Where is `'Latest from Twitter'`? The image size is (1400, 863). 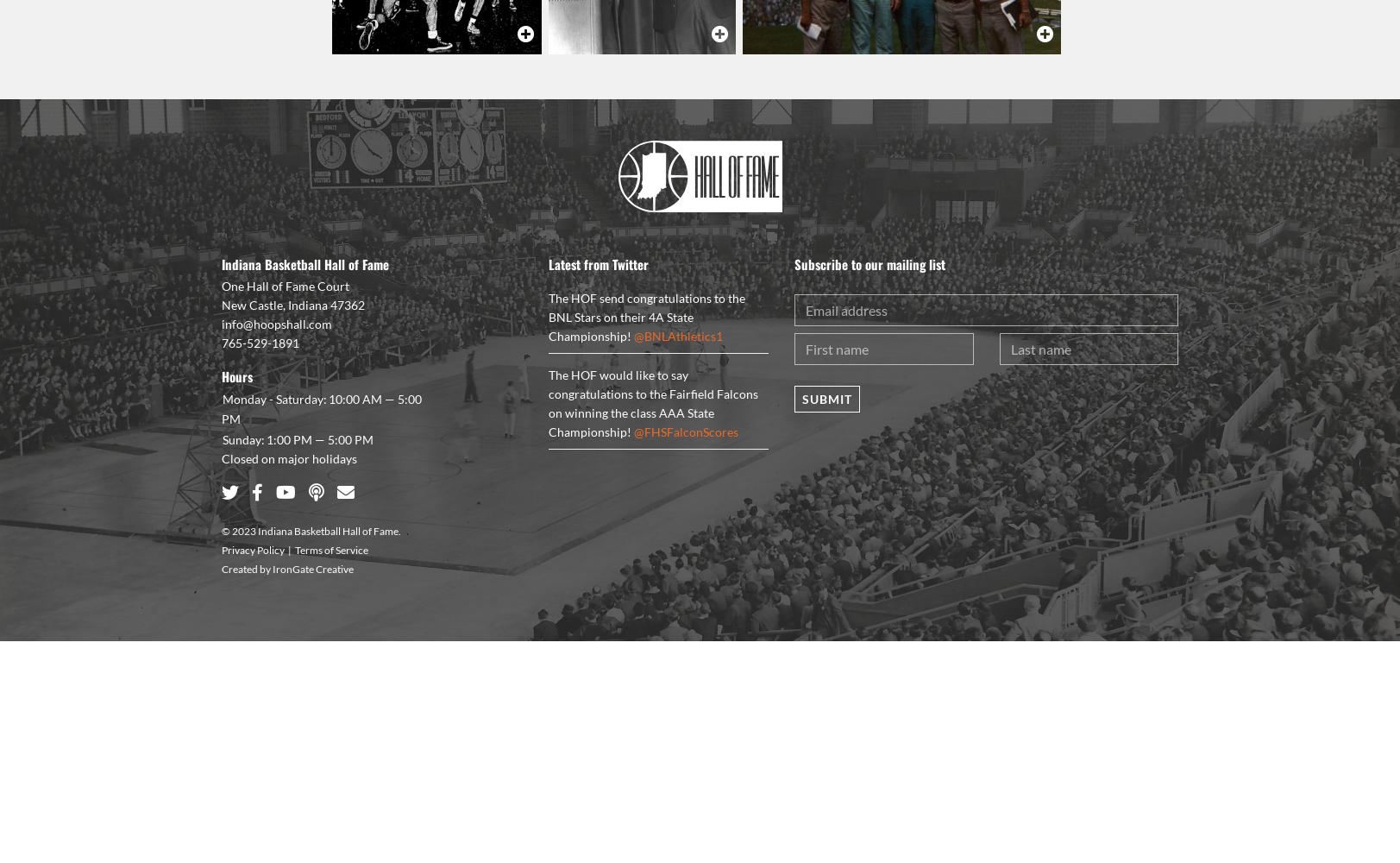
'Latest from Twitter' is located at coordinates (598, 263).